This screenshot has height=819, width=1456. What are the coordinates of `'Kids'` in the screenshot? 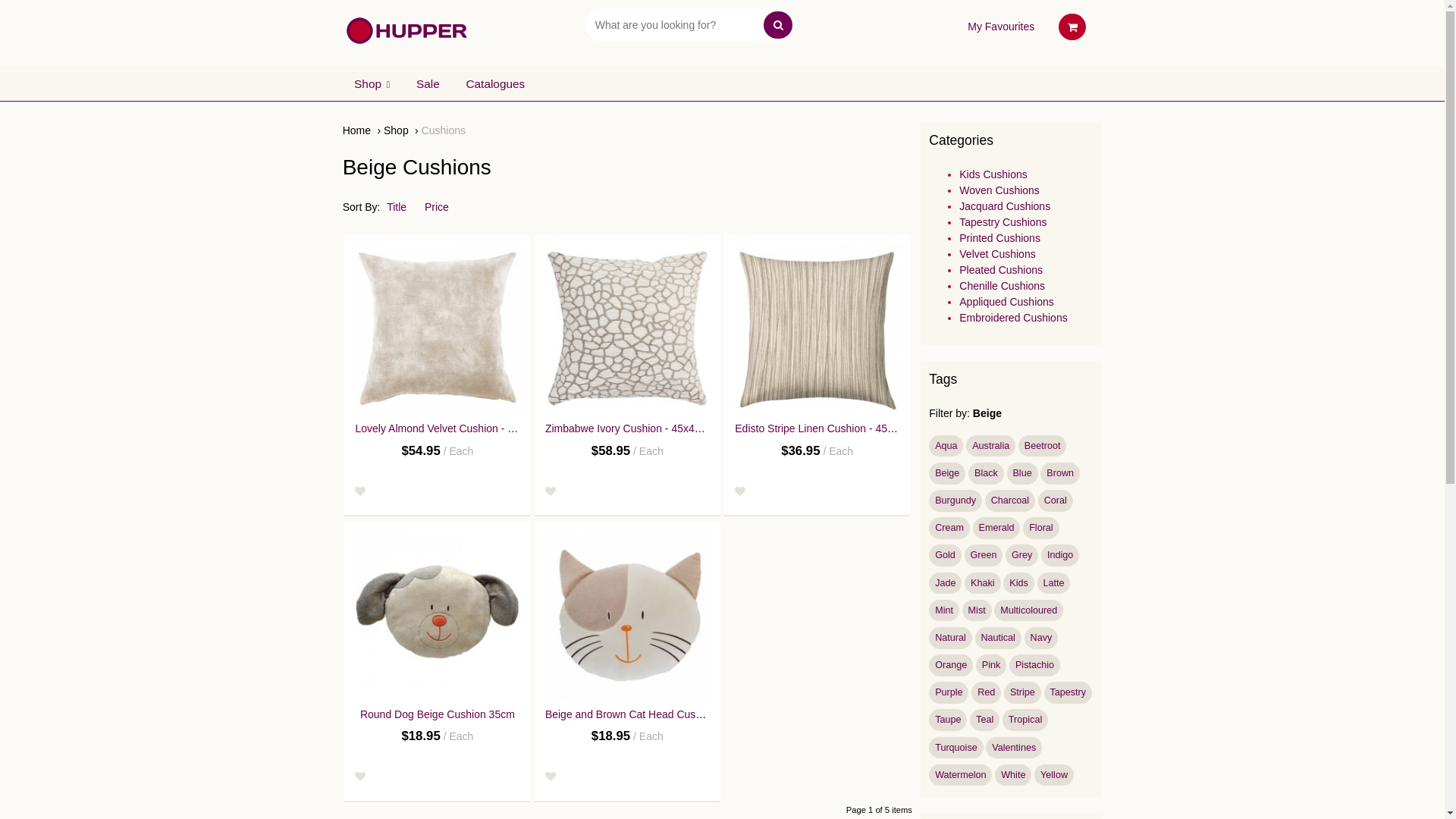 It's located at (1018, 582).